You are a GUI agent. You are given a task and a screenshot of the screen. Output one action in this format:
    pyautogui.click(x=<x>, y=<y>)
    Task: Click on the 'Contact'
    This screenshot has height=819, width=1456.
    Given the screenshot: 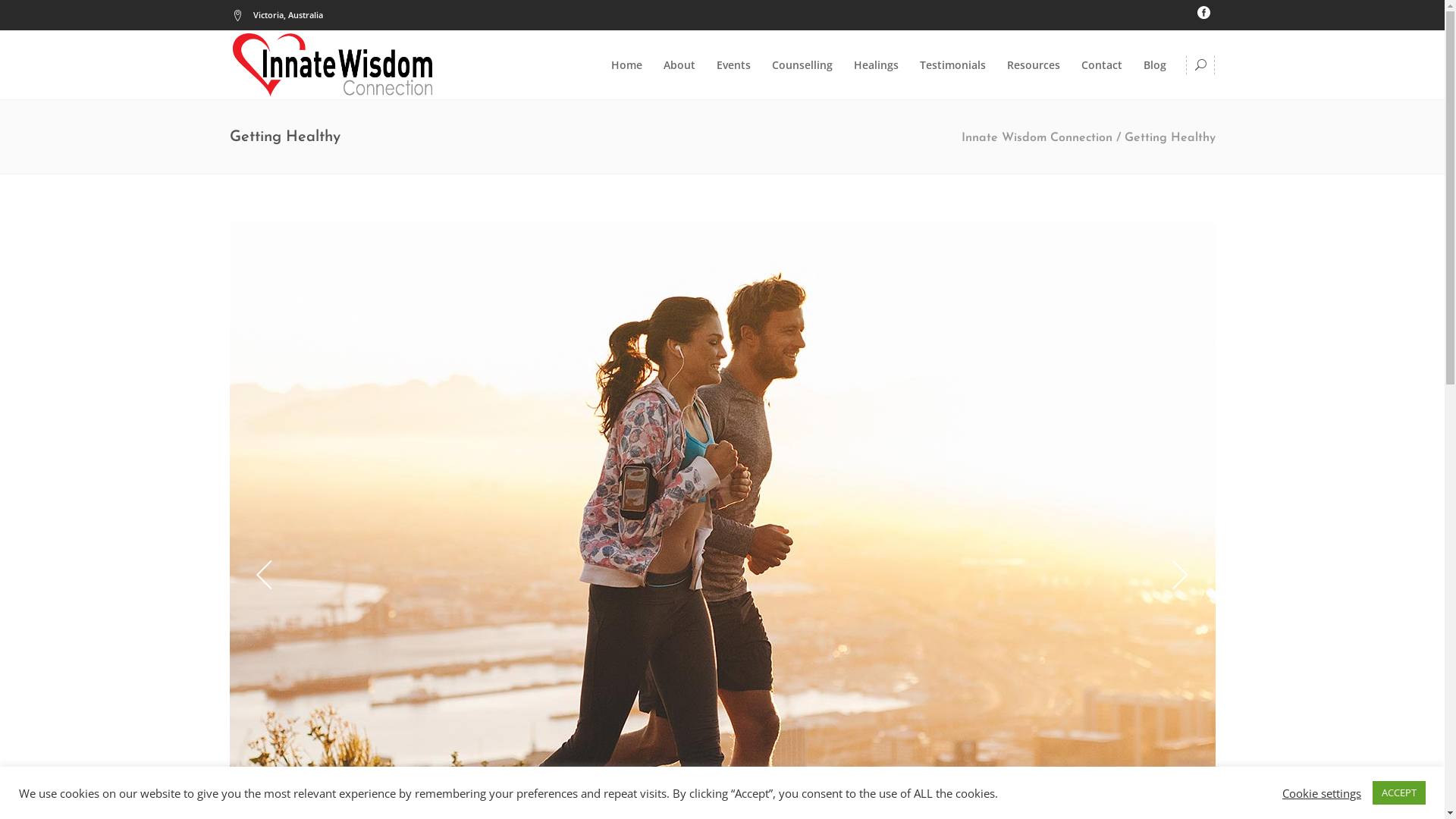 What is the action you would take?
    pyautogui.click(x=1102, y=64)
    